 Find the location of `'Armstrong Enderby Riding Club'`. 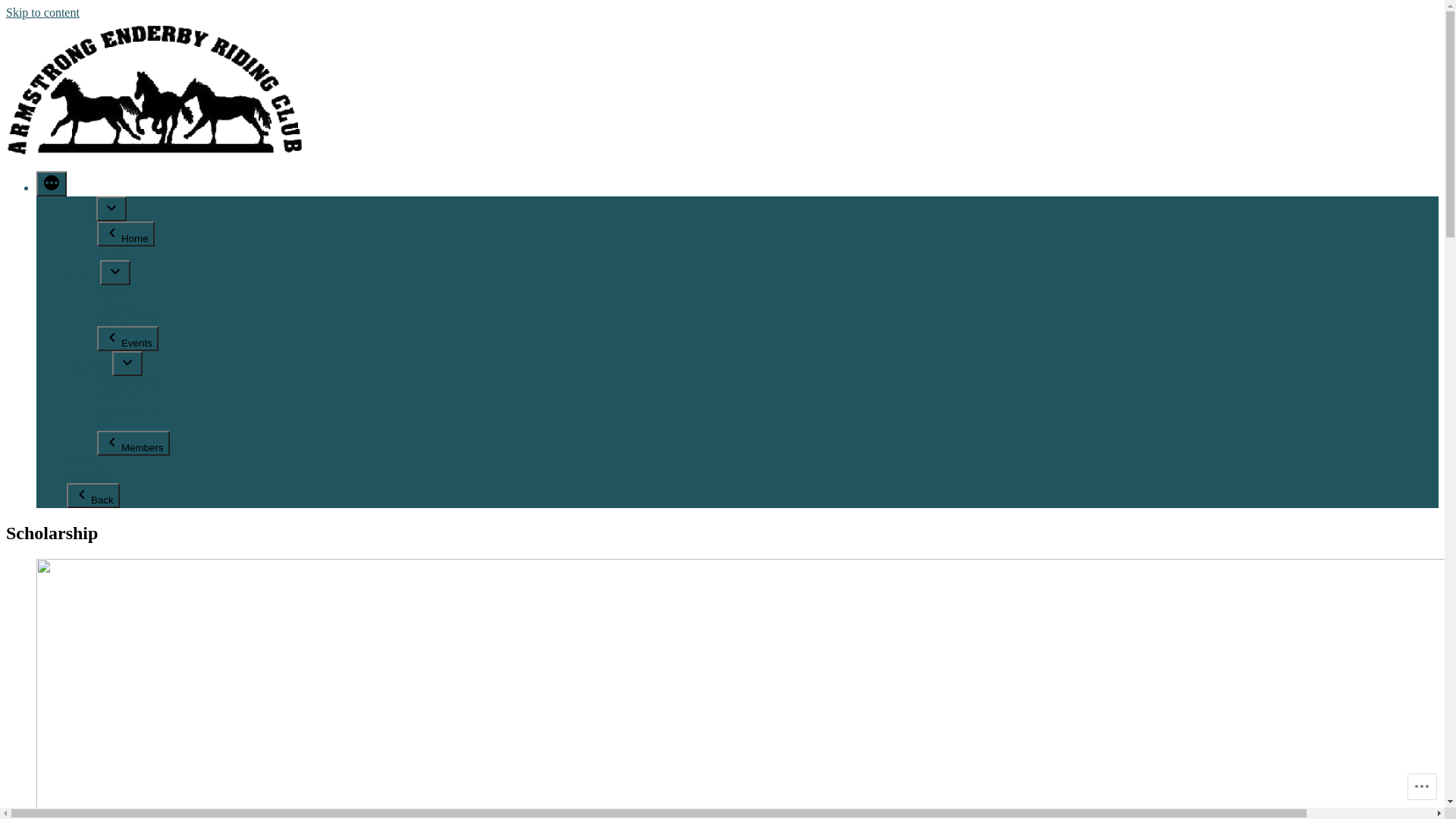

'Armstrong Enderby Riding Club' is located at coordinates (85, 177).